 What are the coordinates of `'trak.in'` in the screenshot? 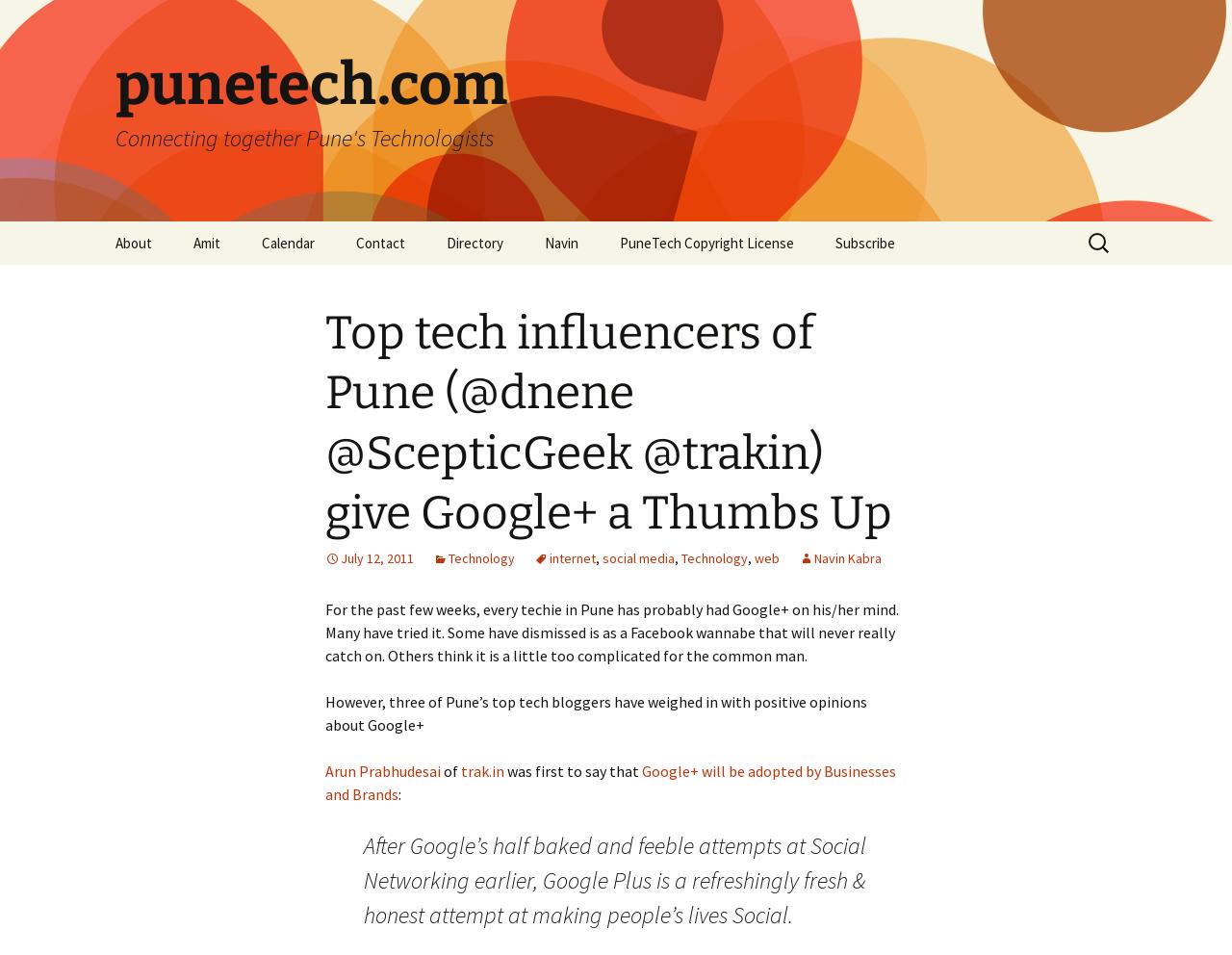 It's located at (482, 770).